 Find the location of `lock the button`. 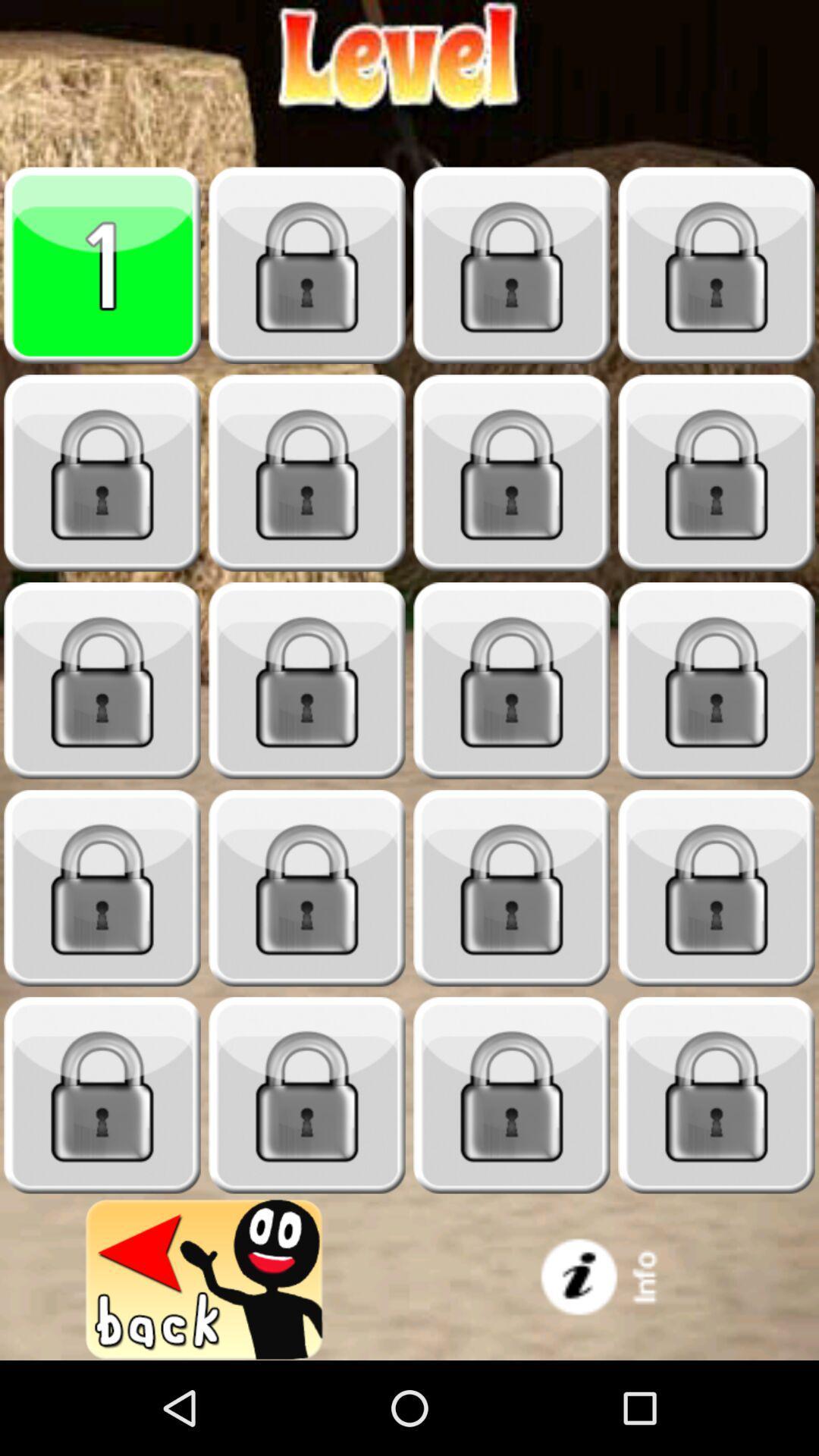

lock the button is located at coordinates (717, 888).